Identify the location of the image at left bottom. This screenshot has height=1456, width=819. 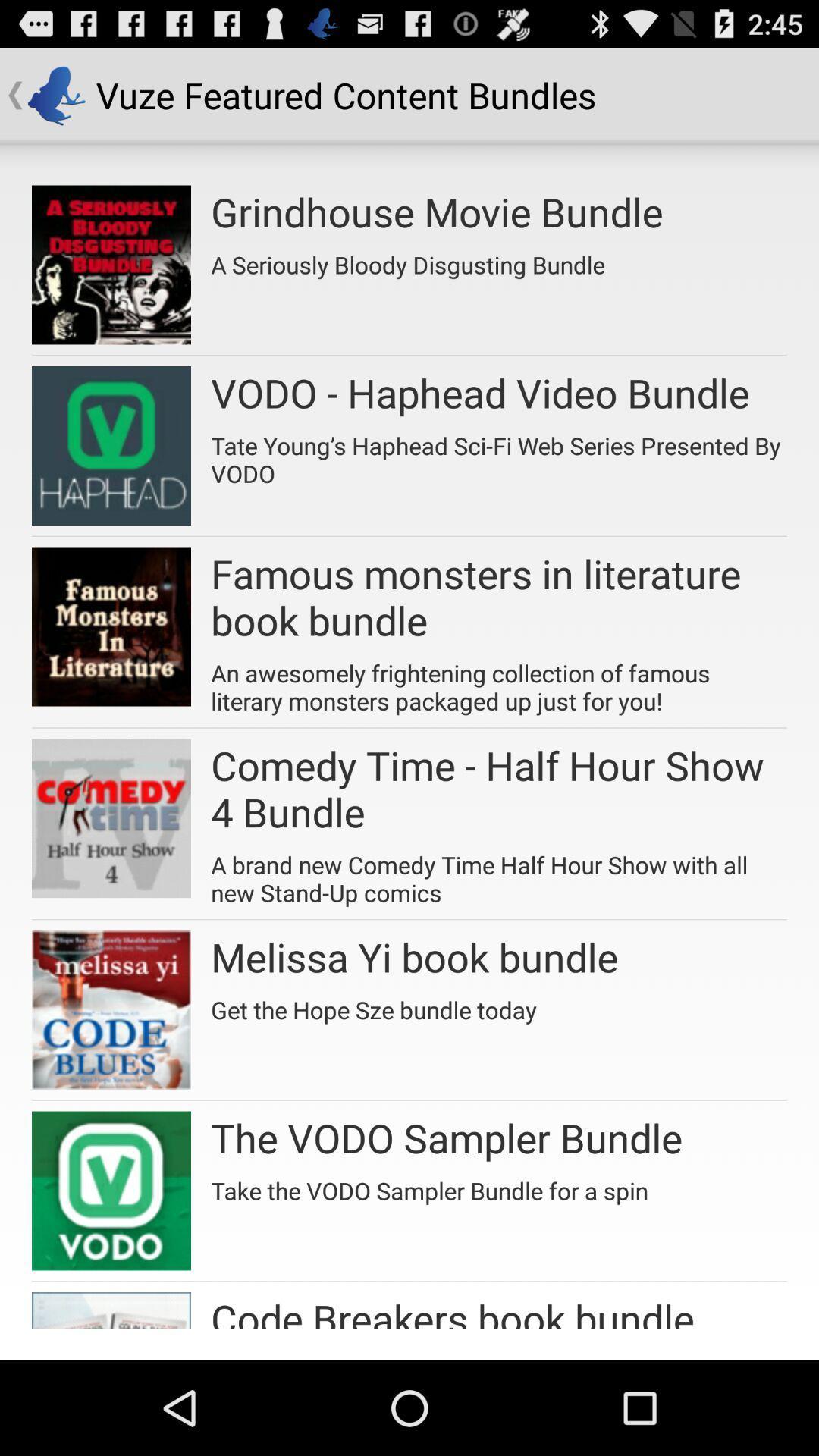
(110, 1310).